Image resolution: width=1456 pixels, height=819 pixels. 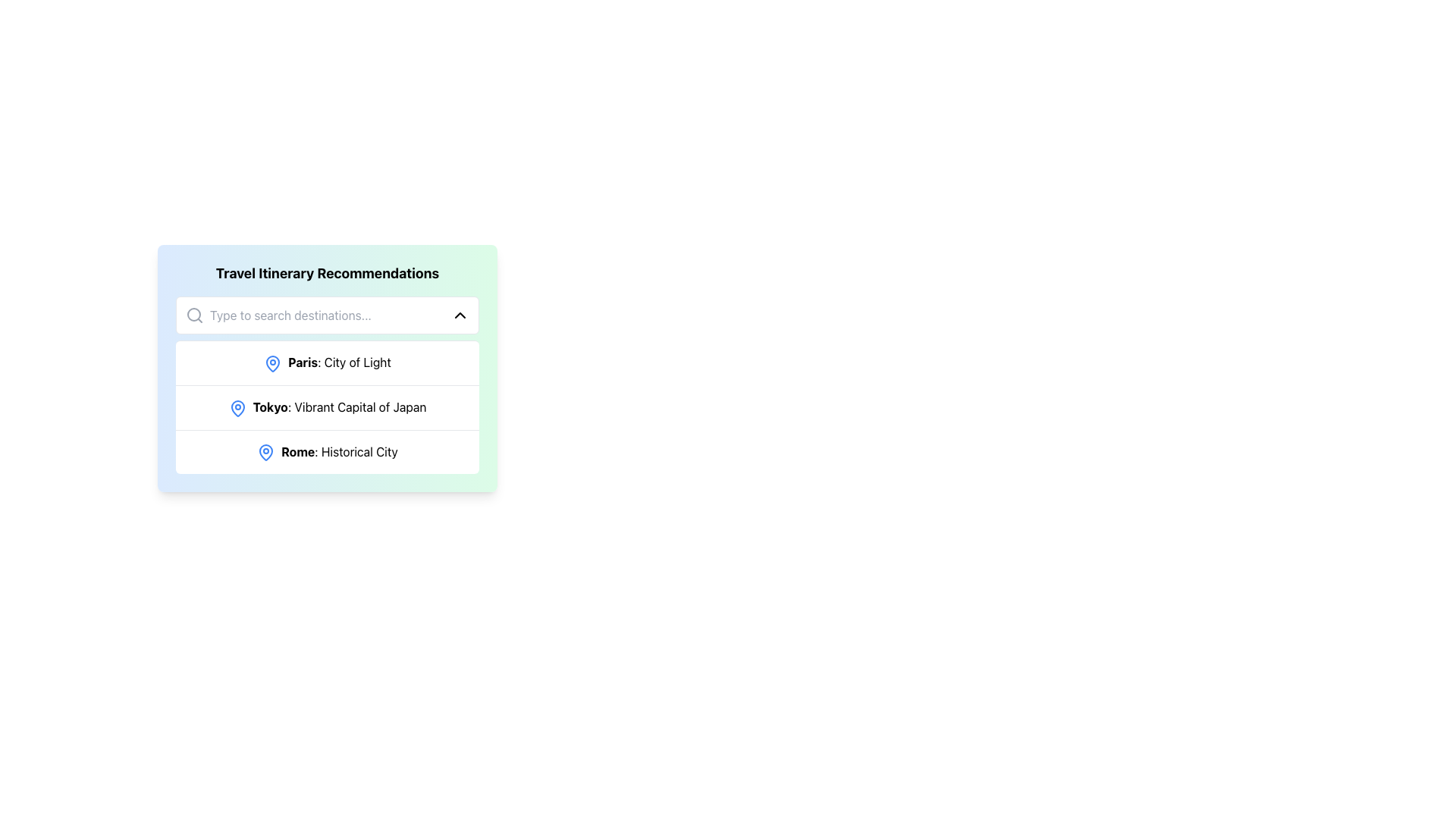 What do you see at coordinates (327, 450) in the screenshot?
I see `the third row in the 'Travel Itinerary Recommendations' list which features a location icon and the text 'Rome'` at bounding box center [327, 450].